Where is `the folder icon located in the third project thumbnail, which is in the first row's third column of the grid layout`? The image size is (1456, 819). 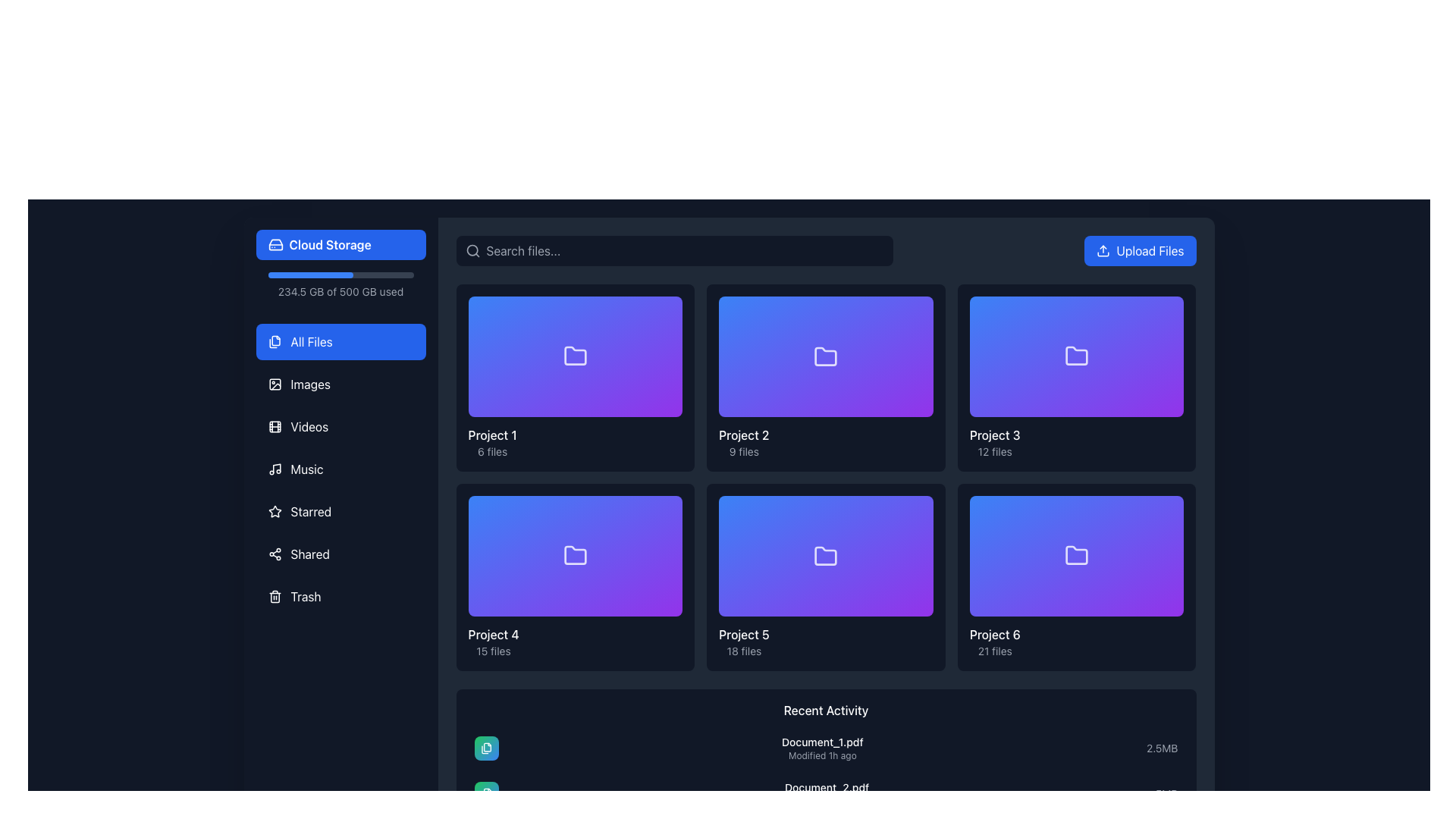
the folder icon located in the third project thumbnail, which is in the first row's third column of the grid layout is located at coordinates (1076, 356).